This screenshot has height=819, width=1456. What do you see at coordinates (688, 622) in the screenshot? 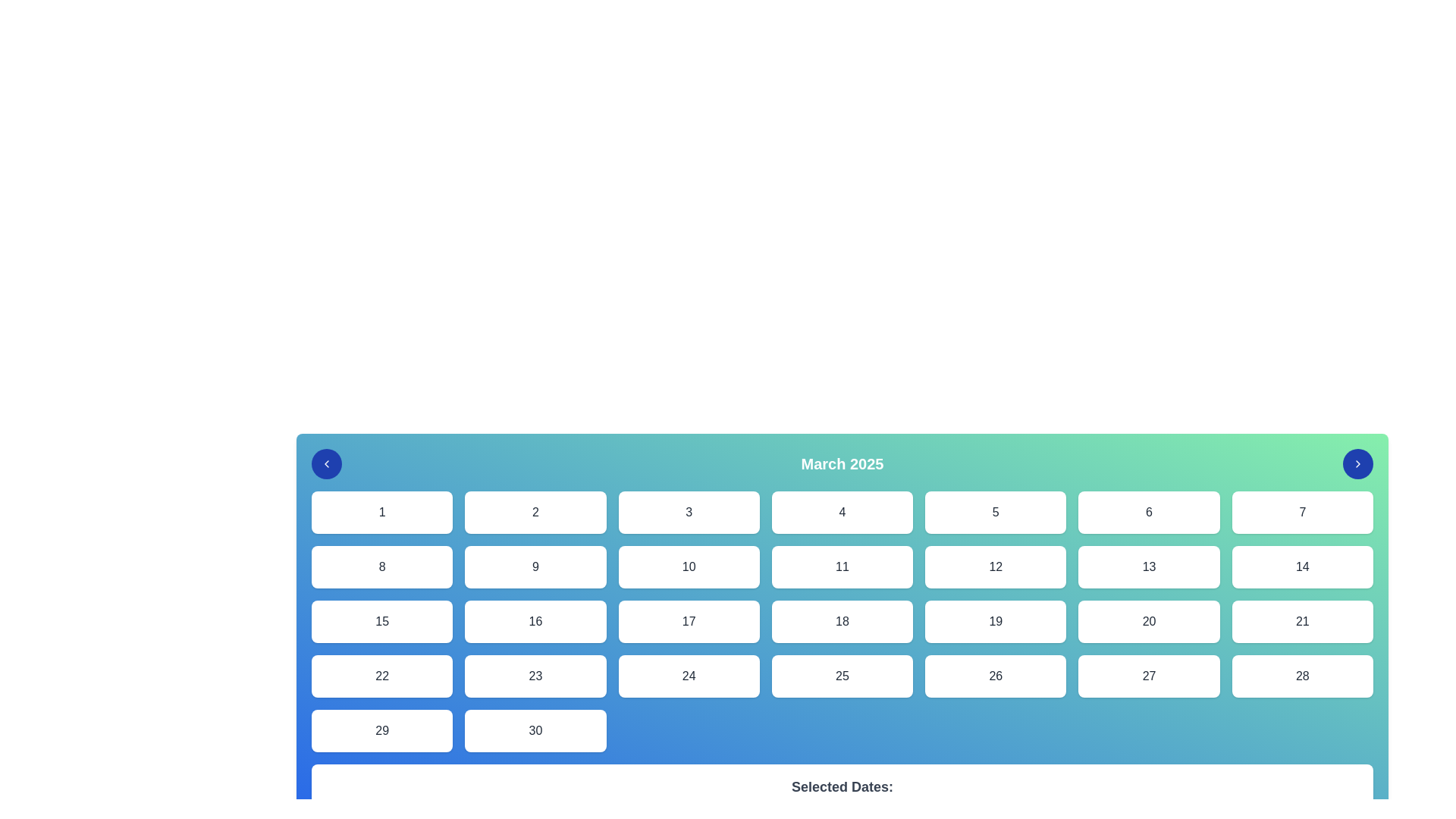
I see `the button displaying '17', which is styled as a white-rounded rectangle with a shadow effect, located in the third row and third column of a calendar grid` at bounding box center [688, 622].